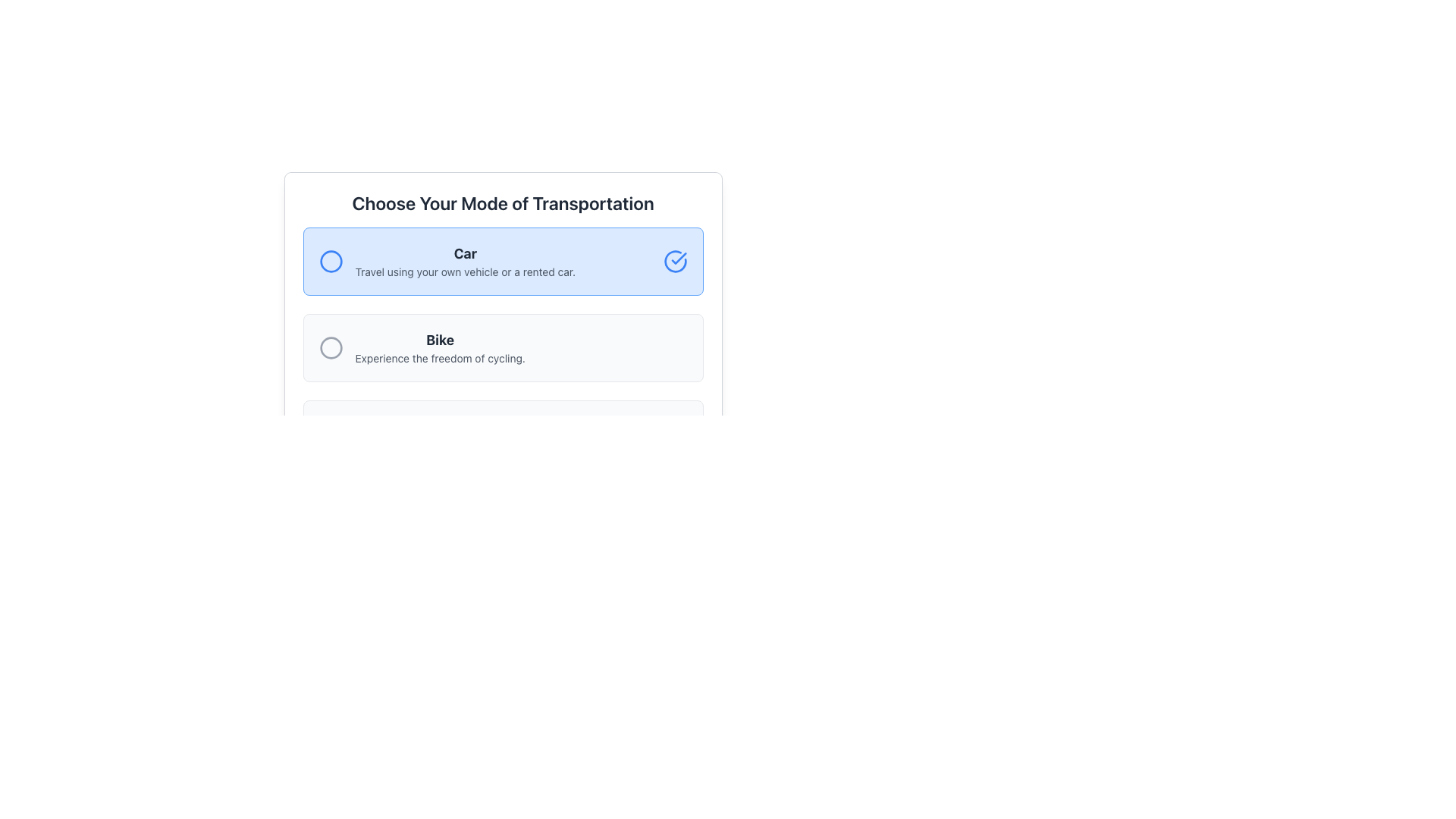  I want to click on the circular icon located in the top-left section of the blue-highlighted card labeled 'Car', which indicates selection status for transportation modes, so click(330, 260).